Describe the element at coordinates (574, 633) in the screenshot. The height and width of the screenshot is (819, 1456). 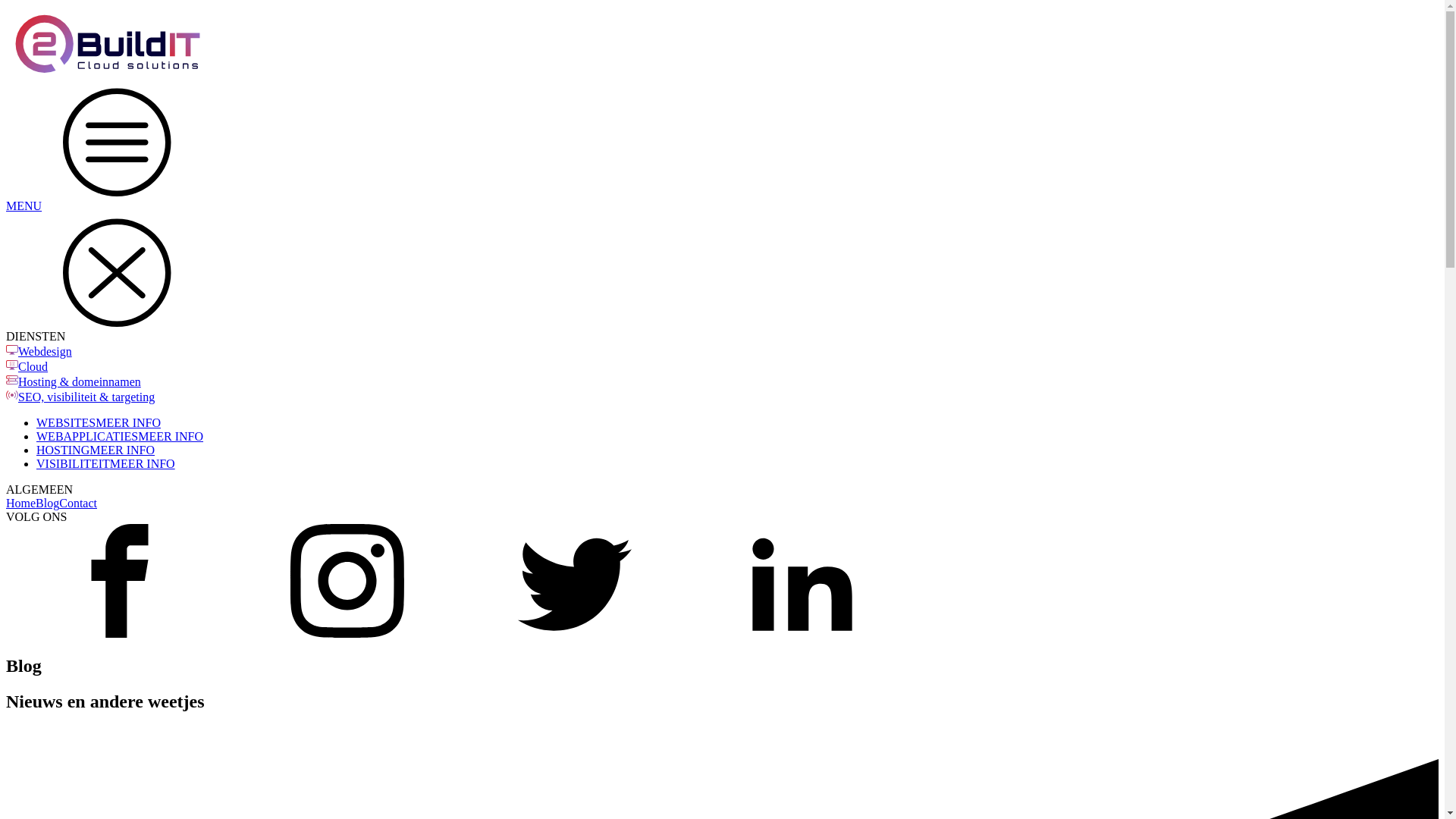
I see `'Visit our Twitter'` at that location.